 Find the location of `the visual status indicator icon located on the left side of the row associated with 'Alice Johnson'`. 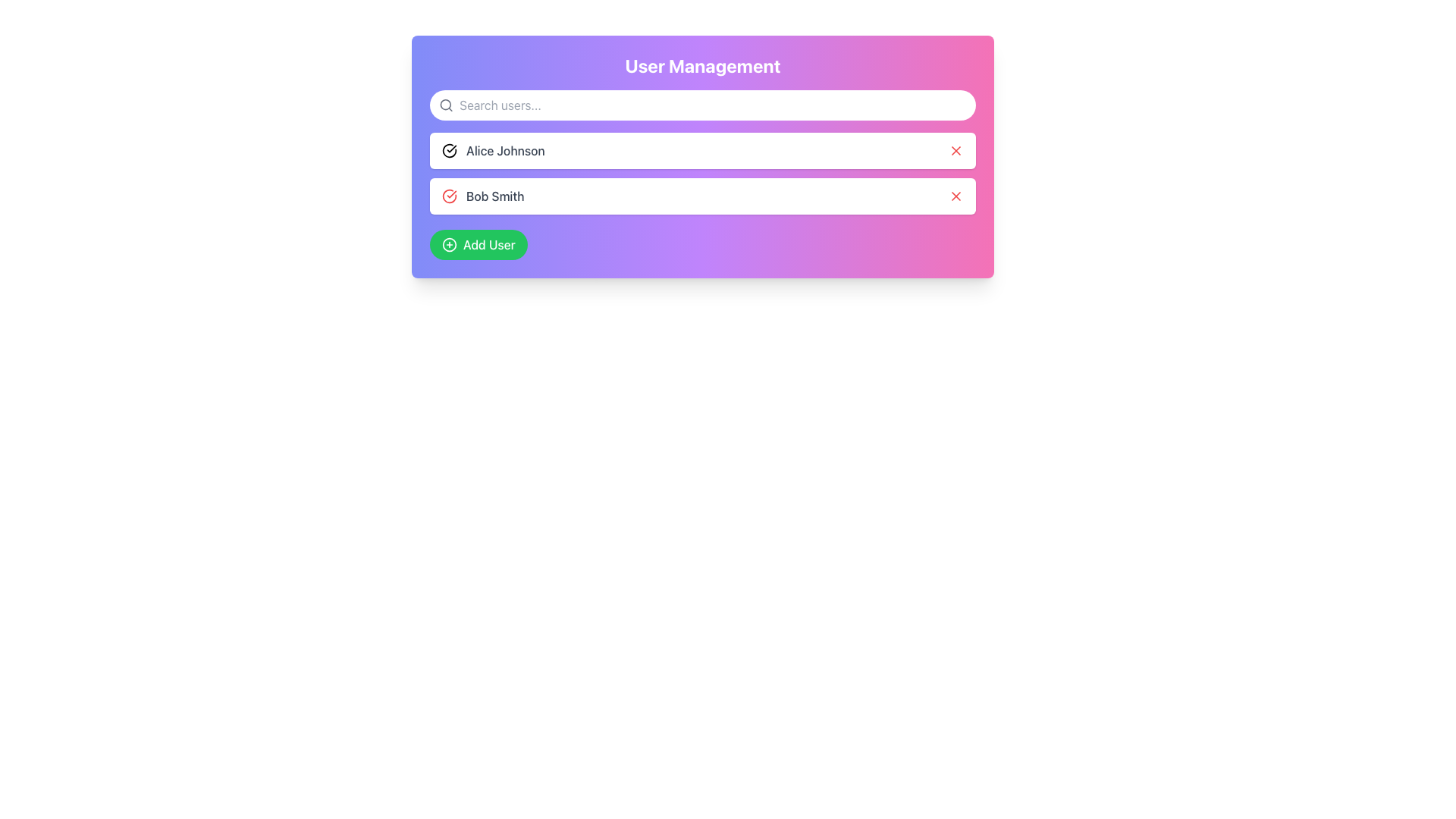

the visual status indicator icon located on the left side of the row associated with 'Alice Johnson' is located at coordinates (449, 151).